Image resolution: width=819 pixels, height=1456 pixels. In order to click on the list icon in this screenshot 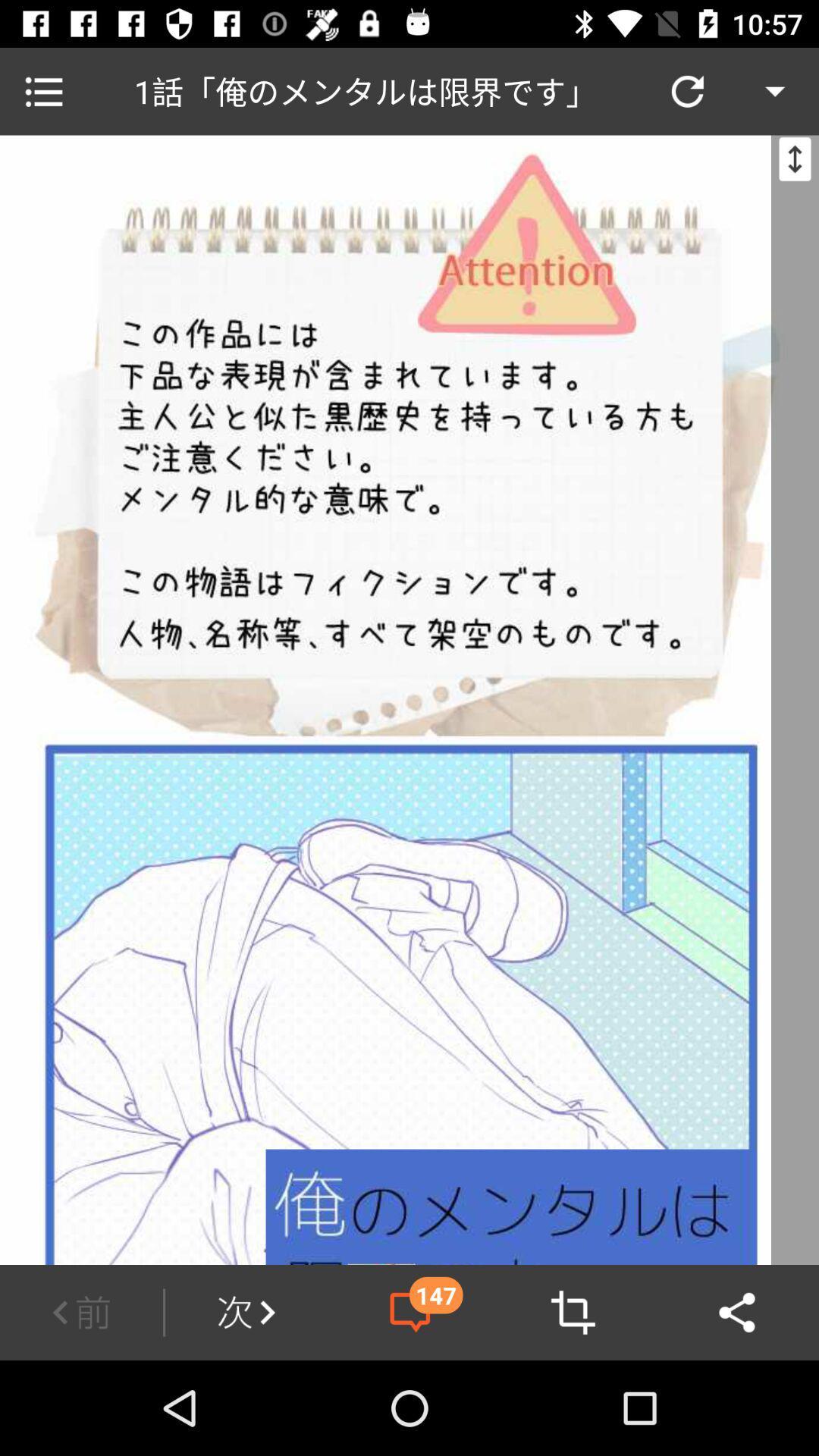, I will do `click(42, 90)`.